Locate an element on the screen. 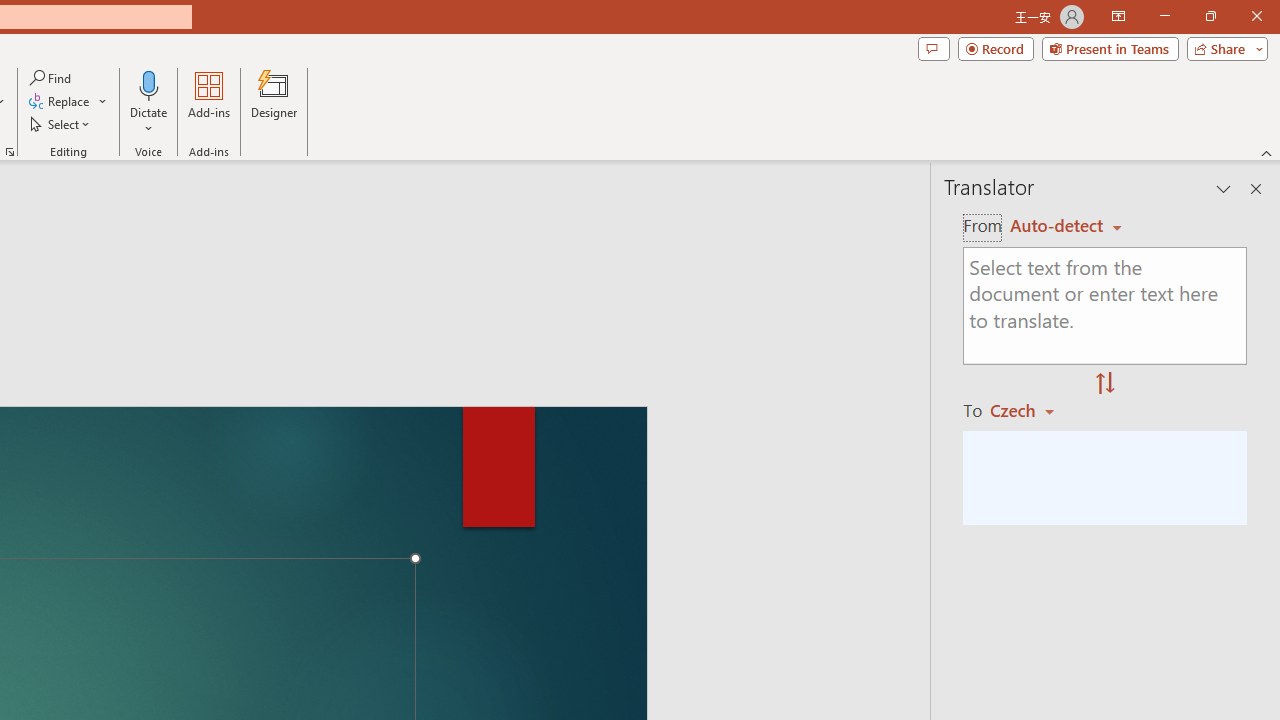 The image size is (1280, 720). 'Swap "from" and "to" languages.' is located at coordinates (1104, 384).